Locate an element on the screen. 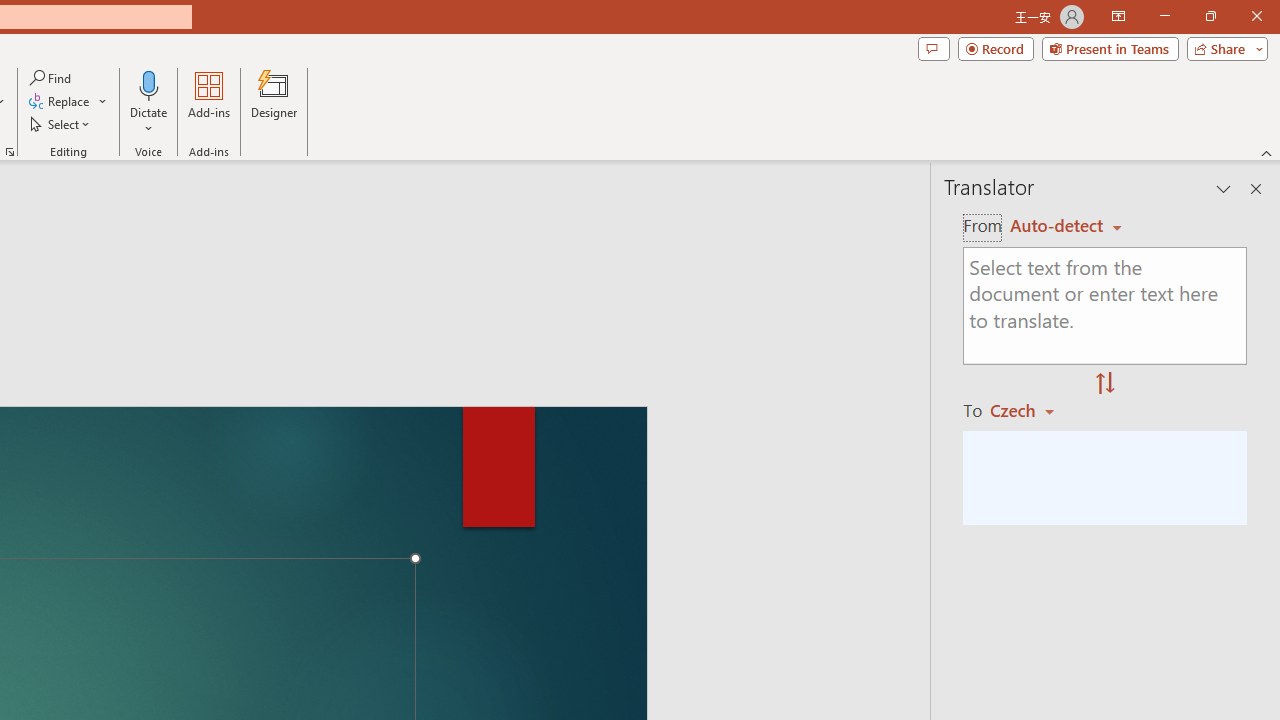 The image size is (1280, 720). 'Swap "from" and "to" languages.' is located at coordinates (1104, 384).